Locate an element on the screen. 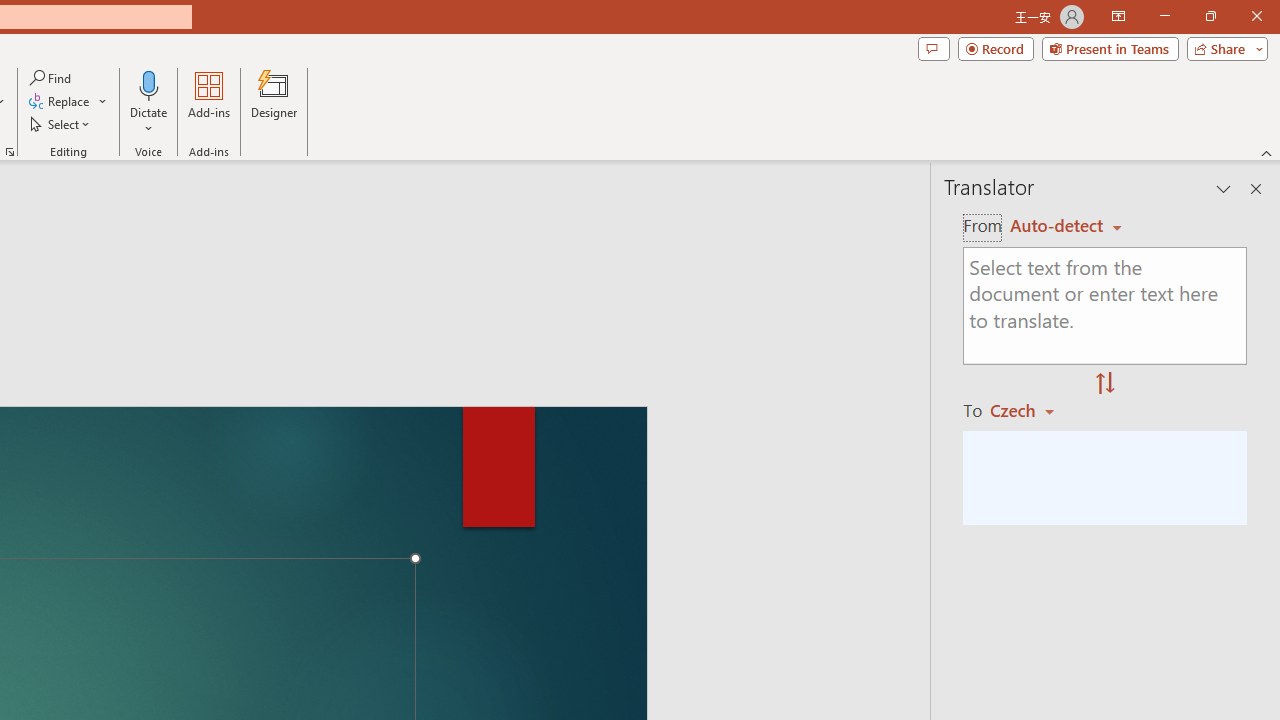 The image size is (1280, 720). 'Swap "from" and "to" languages.' is located at coordinates (1104, 384).